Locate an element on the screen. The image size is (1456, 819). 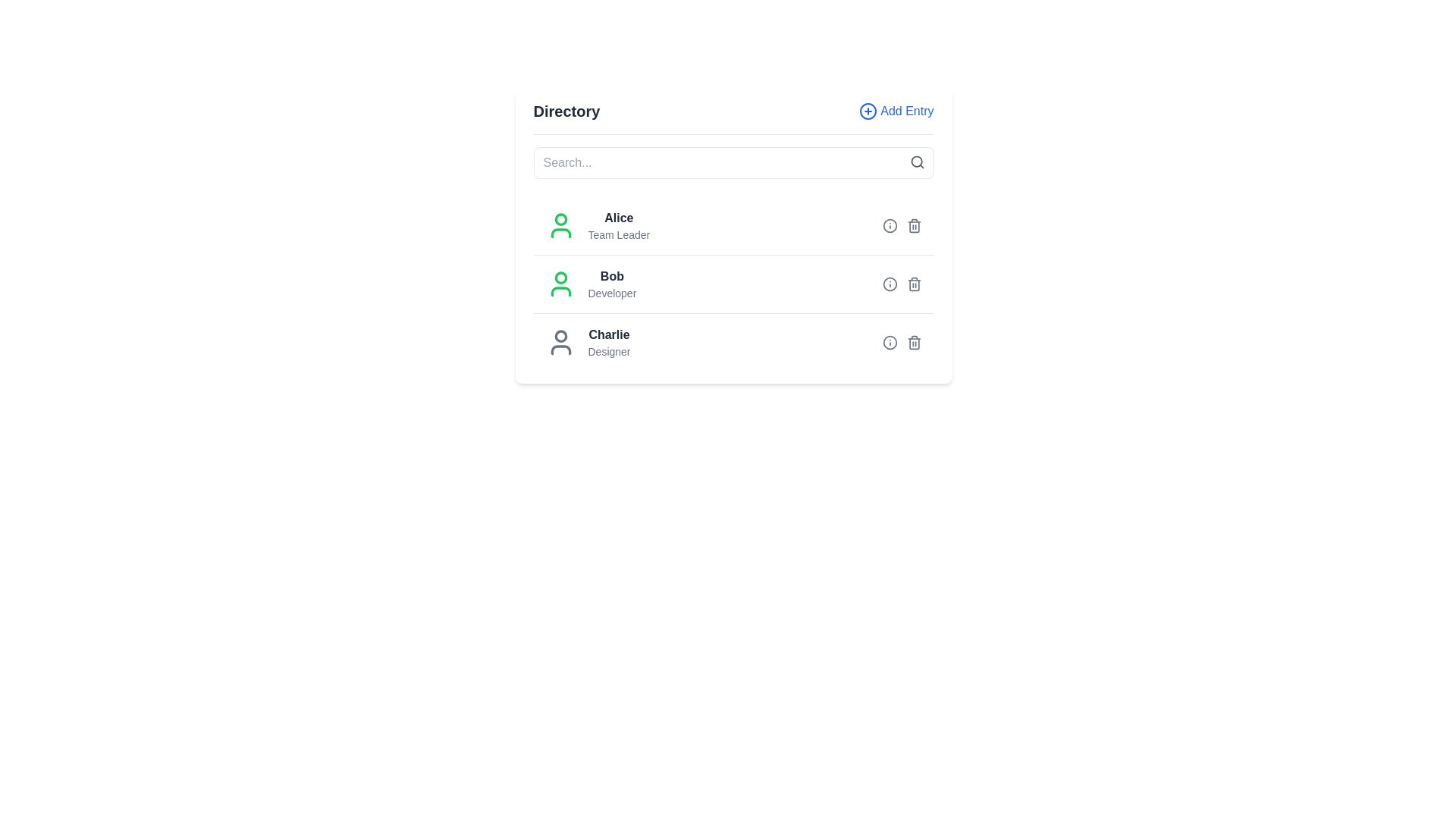
the SVG Circle Graphic that is part of an icon located to the right of the name 'Charlie' in the directory list is located at coordinates (890, 342).